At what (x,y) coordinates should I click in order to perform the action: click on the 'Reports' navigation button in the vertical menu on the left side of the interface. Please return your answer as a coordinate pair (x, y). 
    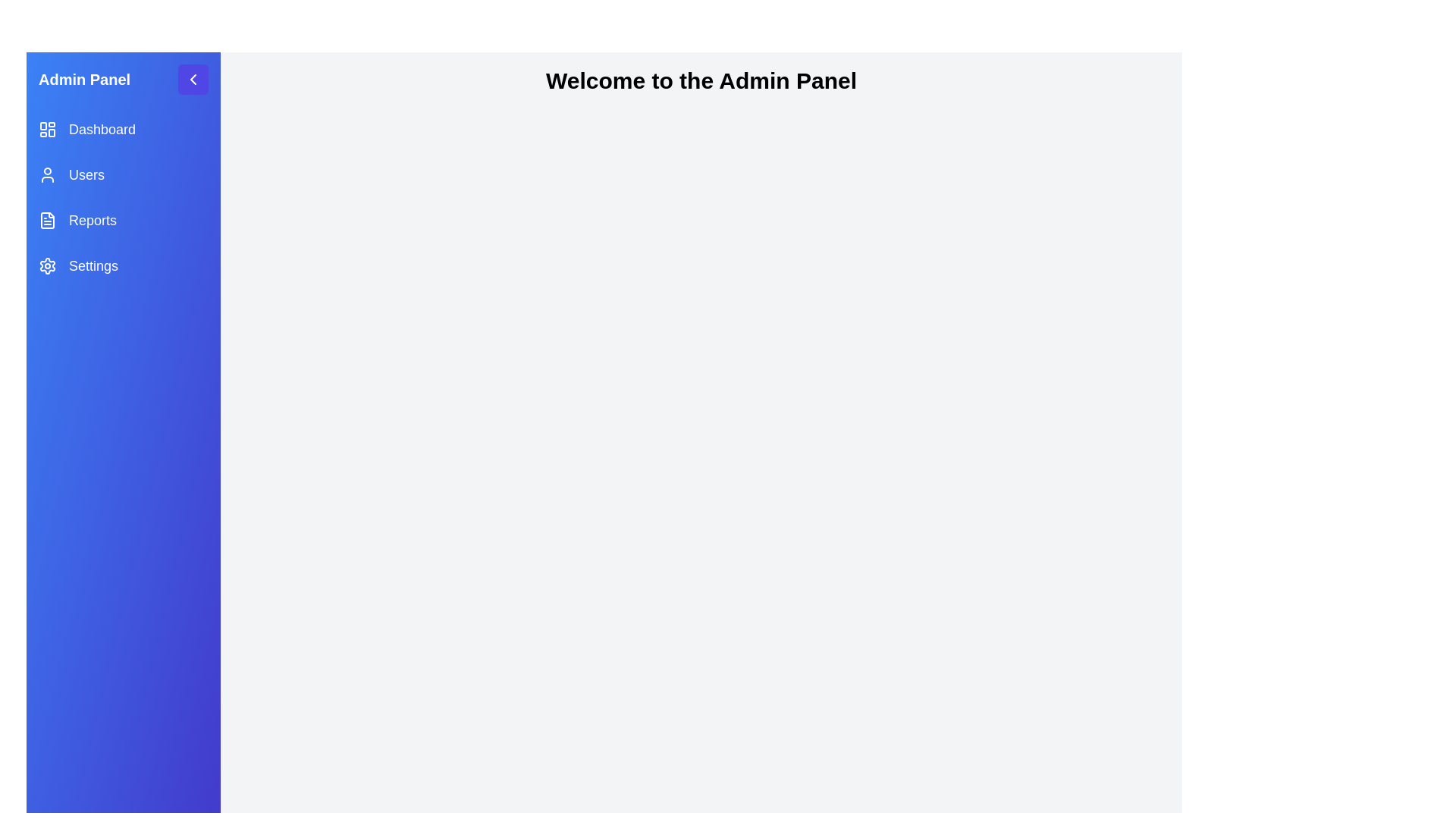
    Looking at the image, I should click on (77, 220).